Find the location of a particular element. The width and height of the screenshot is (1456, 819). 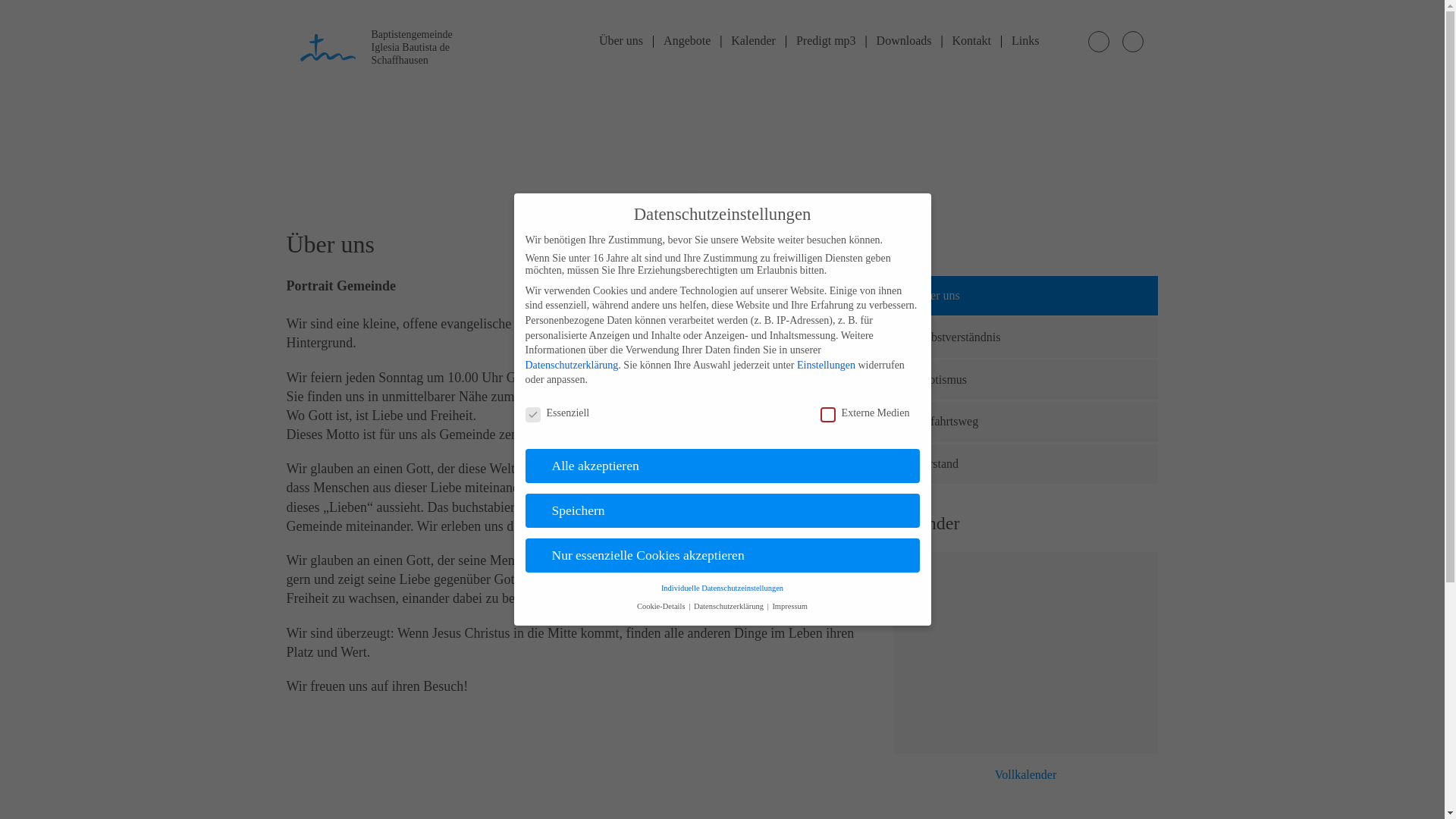

'Links' is located at coordinates (1025, 39).